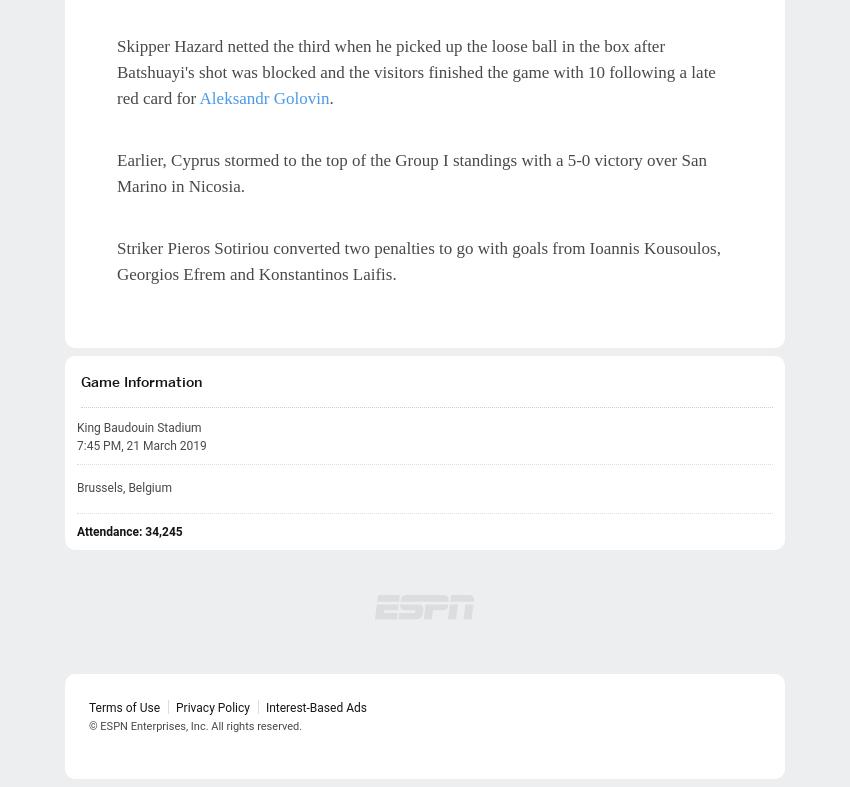  I want to click on '.', so click(330, 96).